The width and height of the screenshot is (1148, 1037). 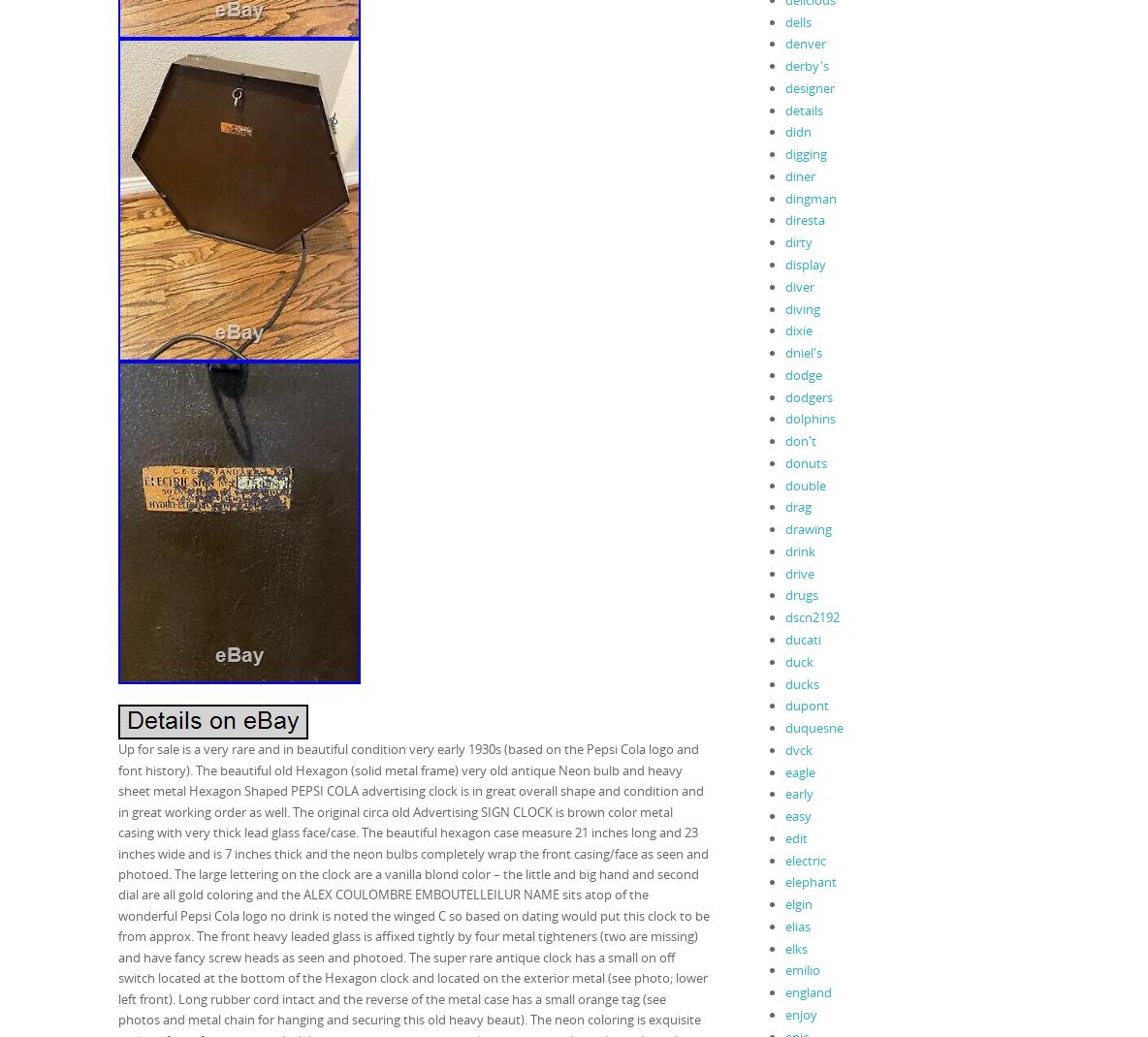 What do you see at coordinates (811, 616) in the screenshot?
I see `'dscn2192'` at bounding box center [811, 616].